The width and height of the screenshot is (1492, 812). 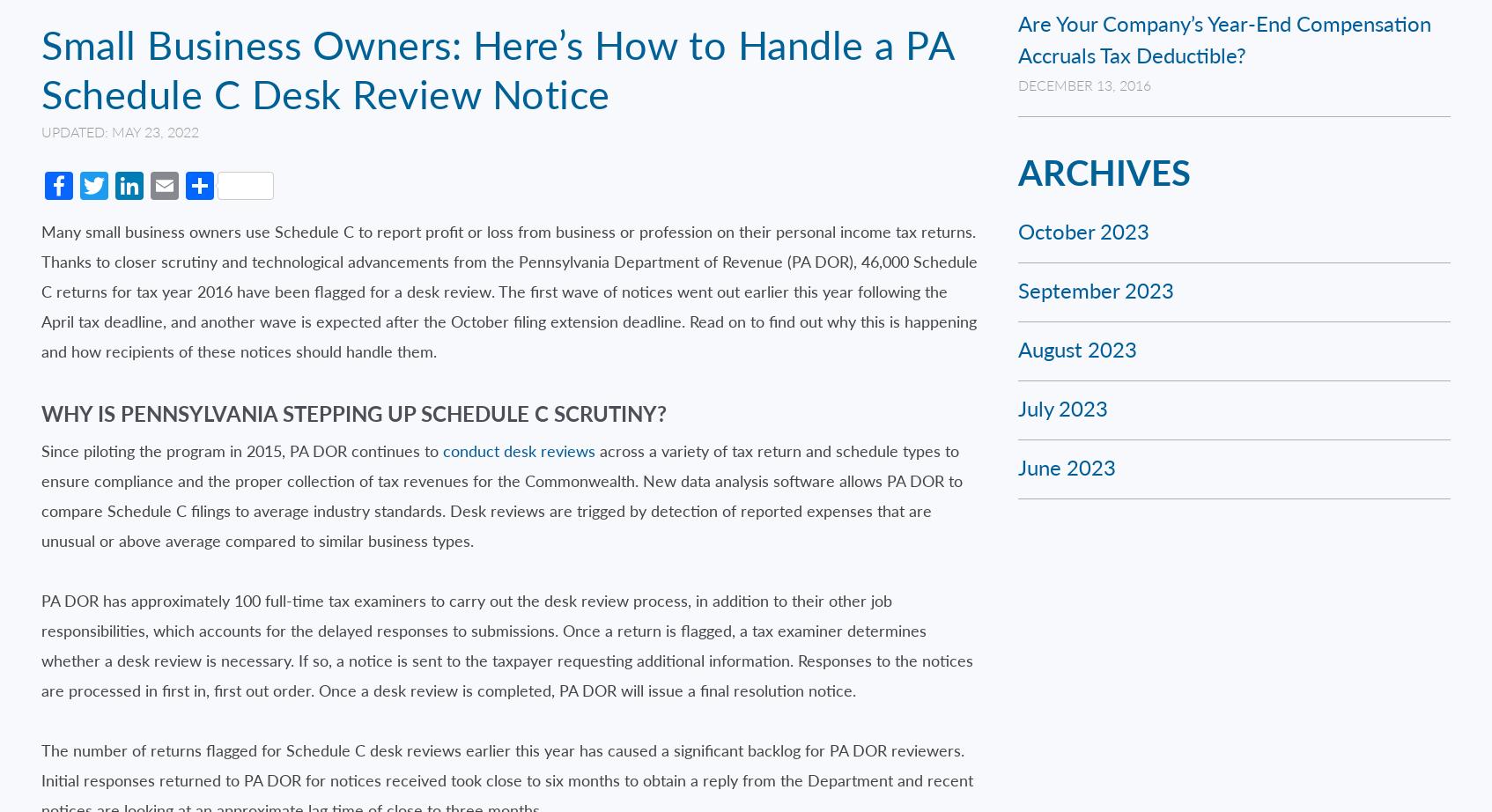 I want to click on 'July 2023', so click(x=1061, y=408).